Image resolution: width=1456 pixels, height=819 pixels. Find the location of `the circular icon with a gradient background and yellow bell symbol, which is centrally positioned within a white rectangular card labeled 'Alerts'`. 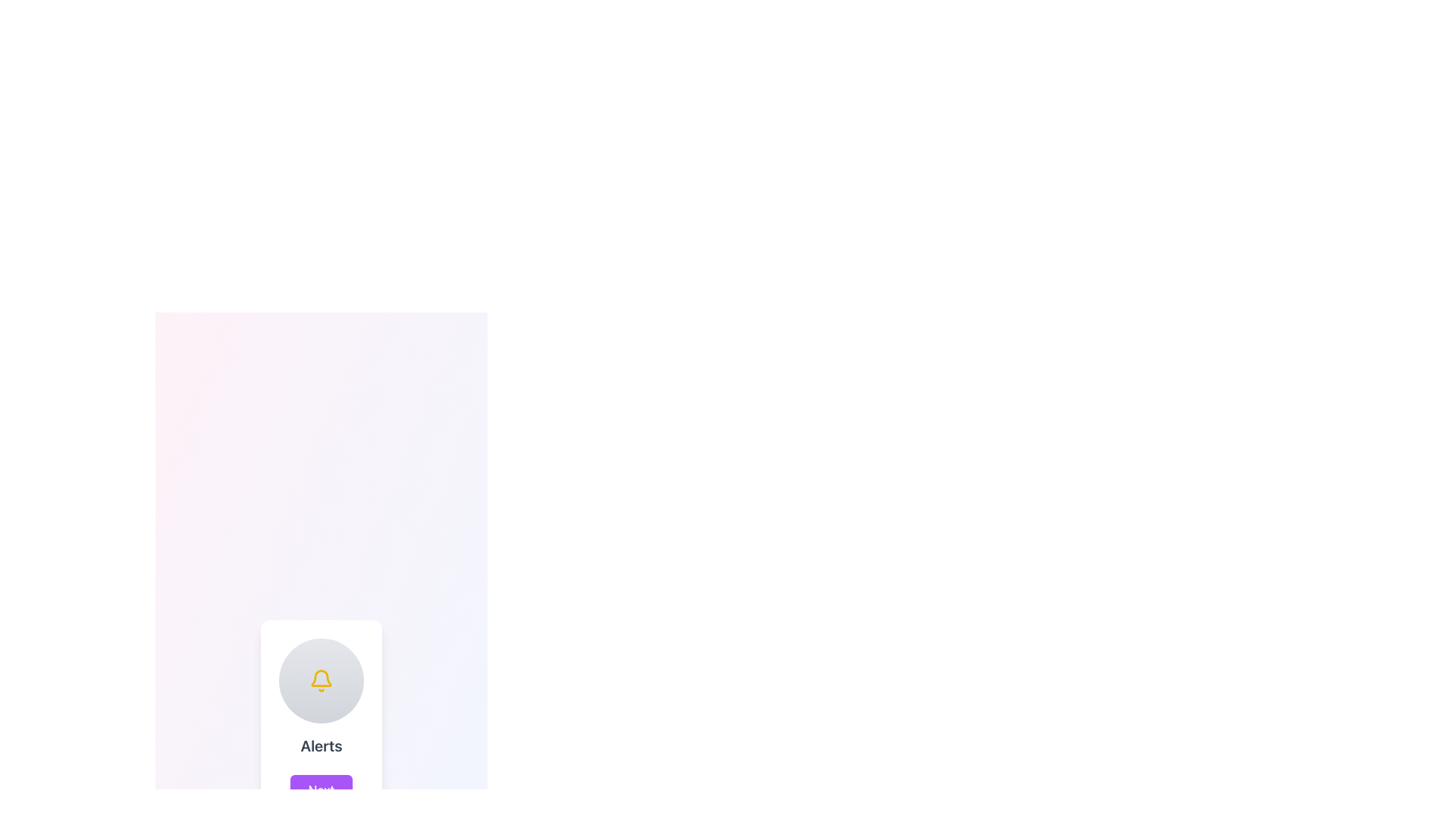

the circular icon with a gradient background and yellow bell symbol, which is centrally positioned within a white rectangular card labeled 'Alerts' is located at coordinates (320, 680).